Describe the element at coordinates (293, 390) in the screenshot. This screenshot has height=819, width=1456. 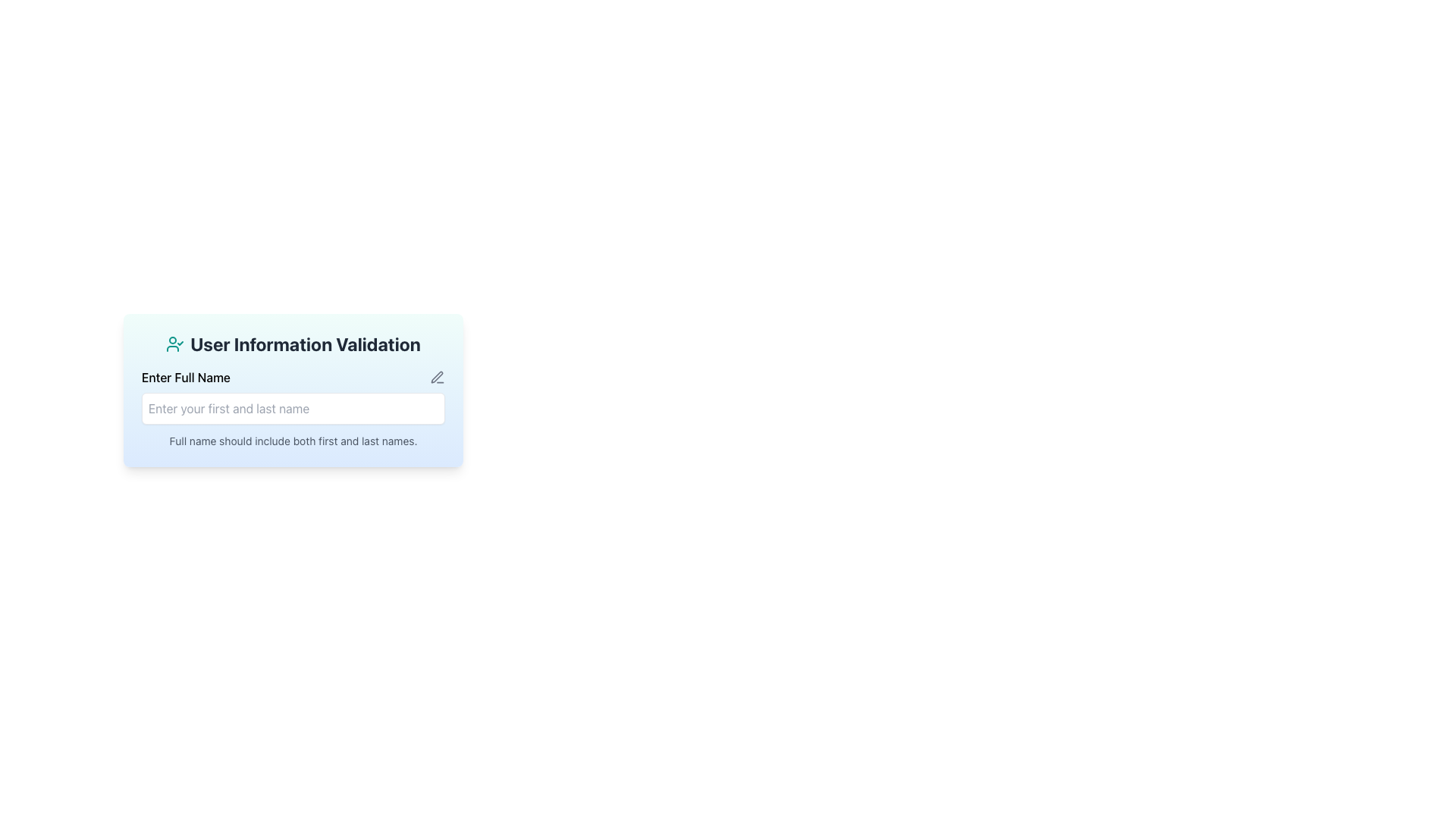
I see `the input field of the Composite UI component that prompts users for their full name` at that location.